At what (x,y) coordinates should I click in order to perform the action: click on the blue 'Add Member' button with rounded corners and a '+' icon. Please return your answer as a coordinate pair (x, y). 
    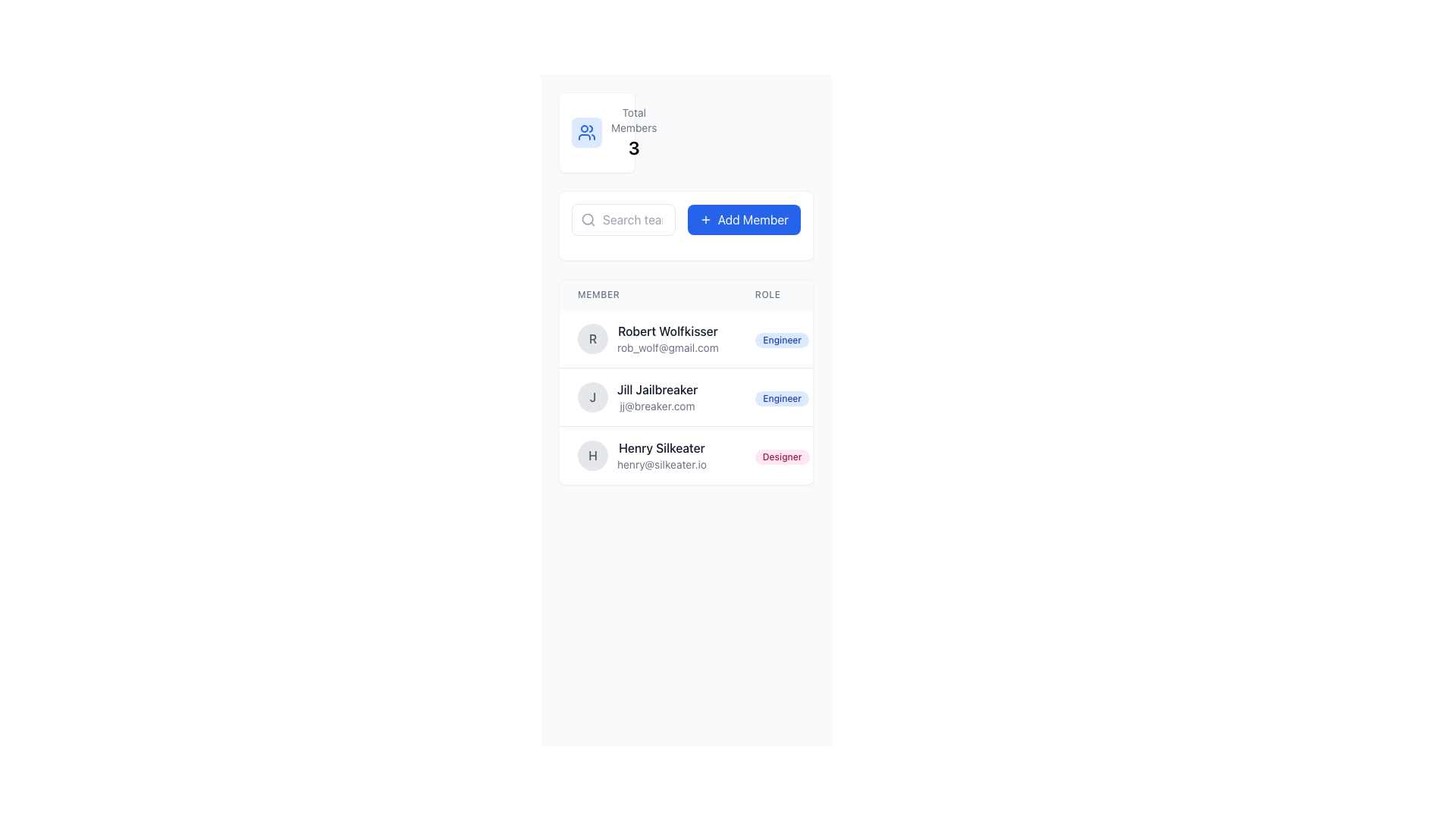
    Looking at the image, I should click on (744, 219).